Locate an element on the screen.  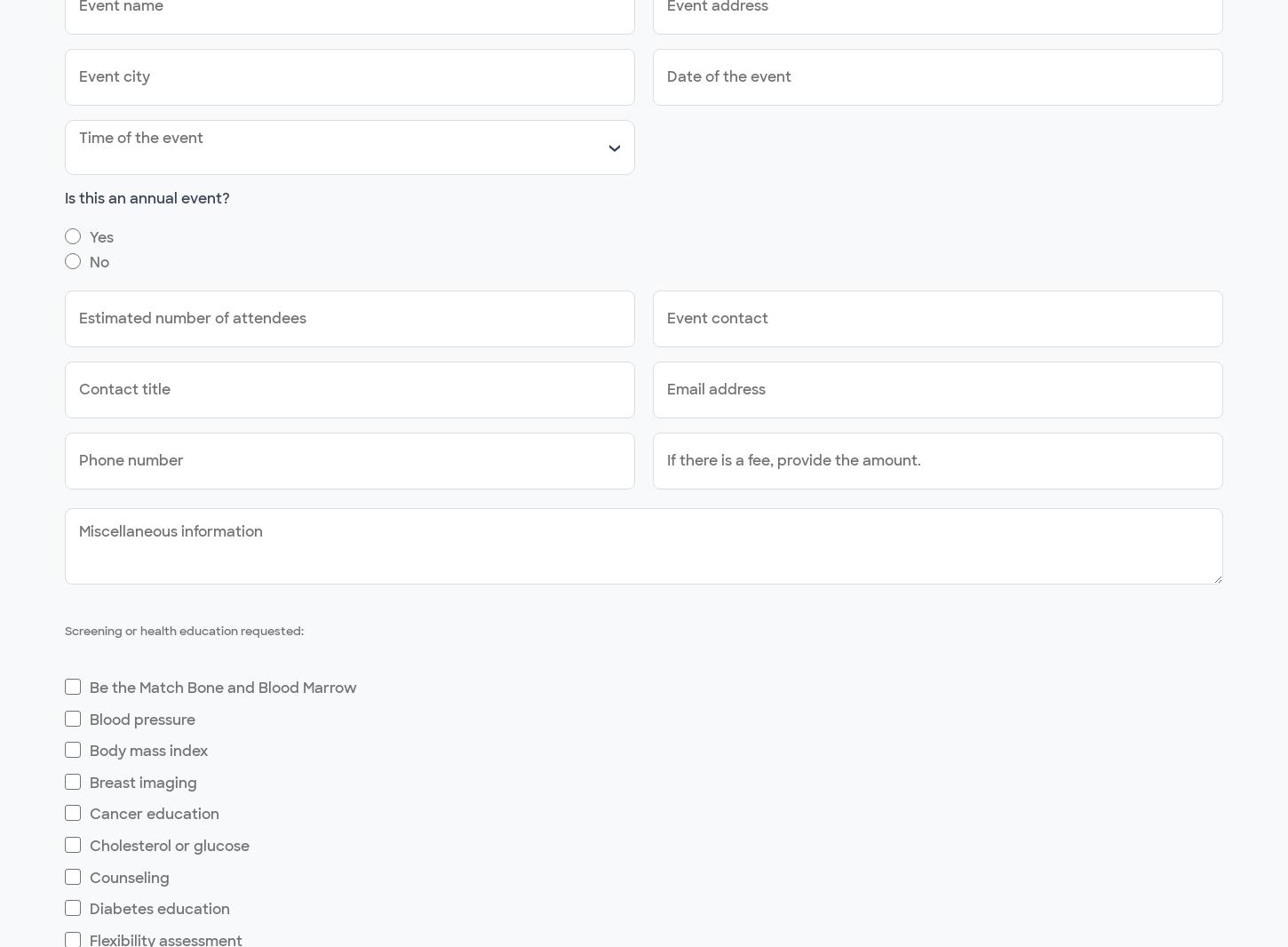
'Estimated number of attendees' is located at coordinates (192, 318).